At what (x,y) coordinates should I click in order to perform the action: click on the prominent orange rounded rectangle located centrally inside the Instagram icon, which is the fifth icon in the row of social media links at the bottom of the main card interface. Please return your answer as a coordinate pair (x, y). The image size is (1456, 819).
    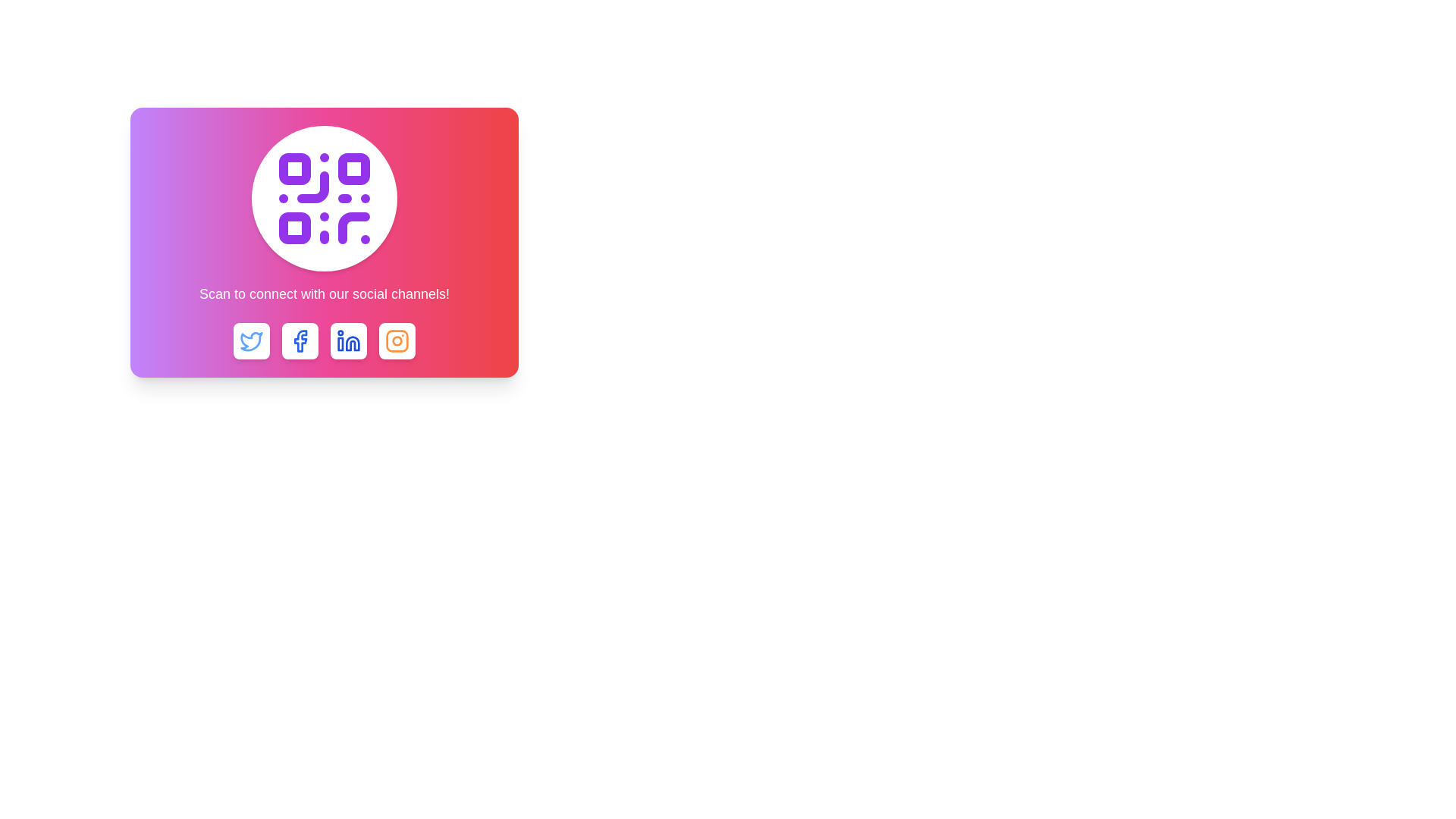
    Looking at the image, I should click on (397, 341).